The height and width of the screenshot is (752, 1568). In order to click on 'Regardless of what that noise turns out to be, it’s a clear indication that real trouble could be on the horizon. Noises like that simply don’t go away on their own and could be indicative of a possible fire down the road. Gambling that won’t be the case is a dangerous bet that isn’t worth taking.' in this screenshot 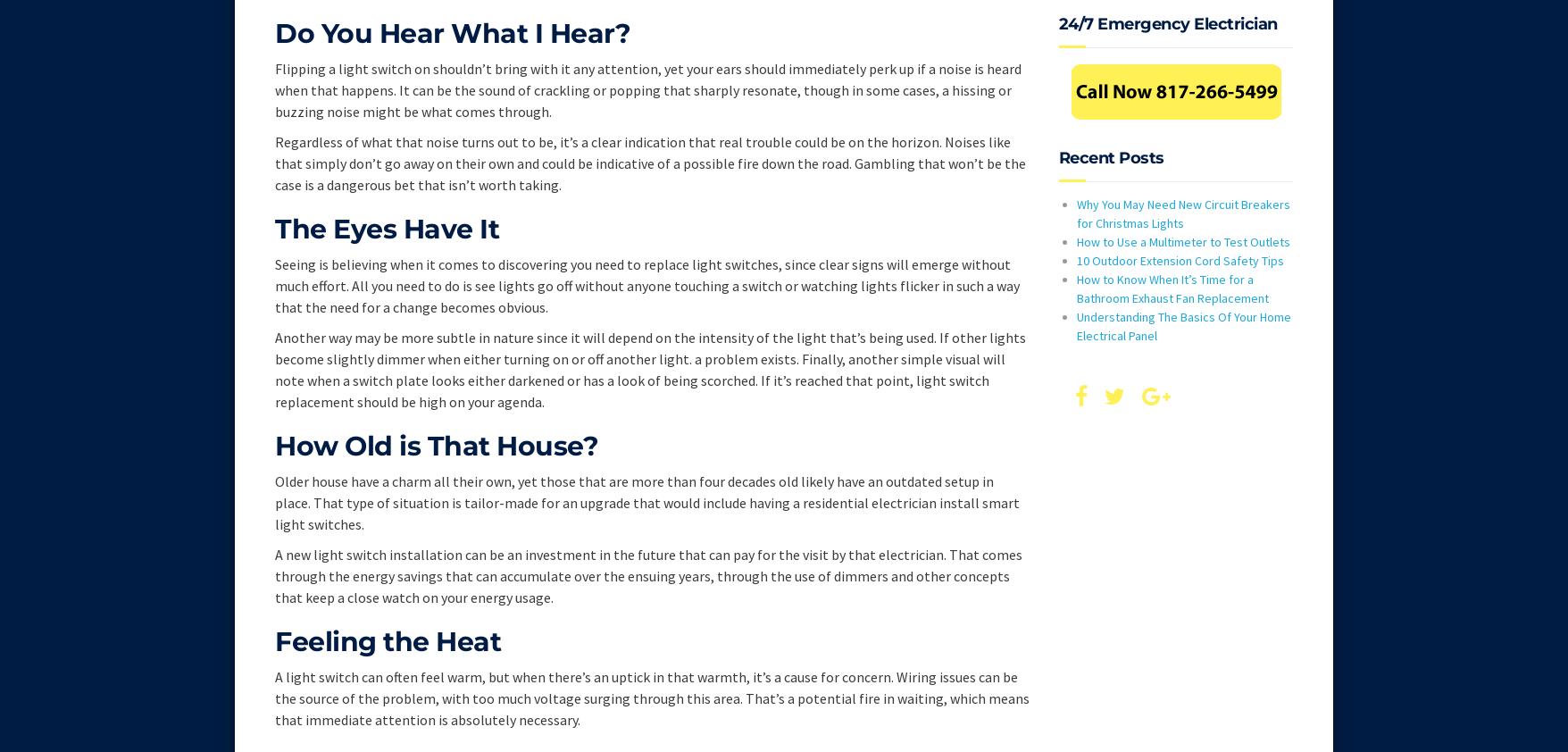, I will do `click(650, 162)`.